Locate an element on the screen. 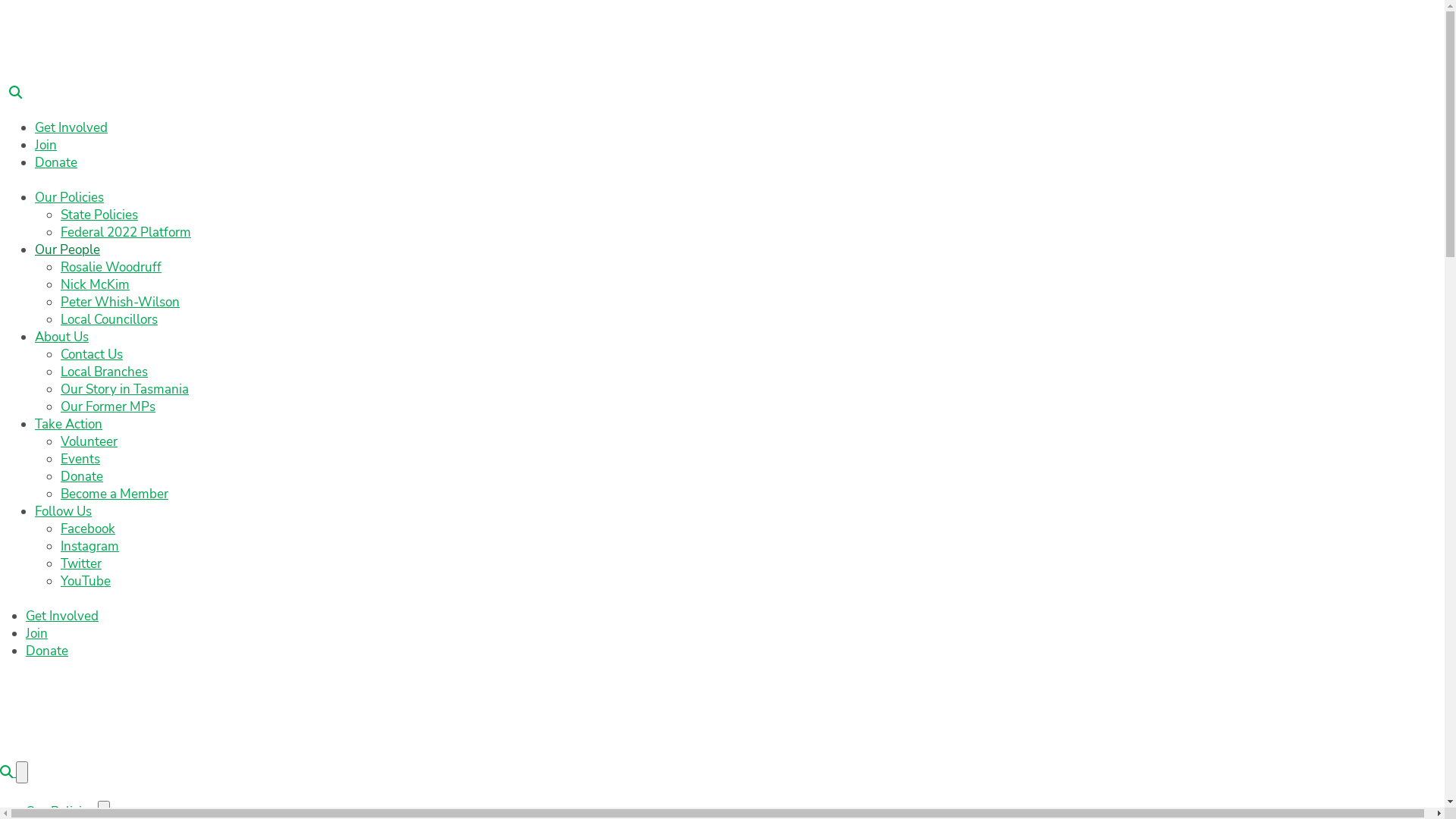 Image resolution: width=1456 pixels, height=819 pixels. 'Instagram' is located at coordinates (89, 546).